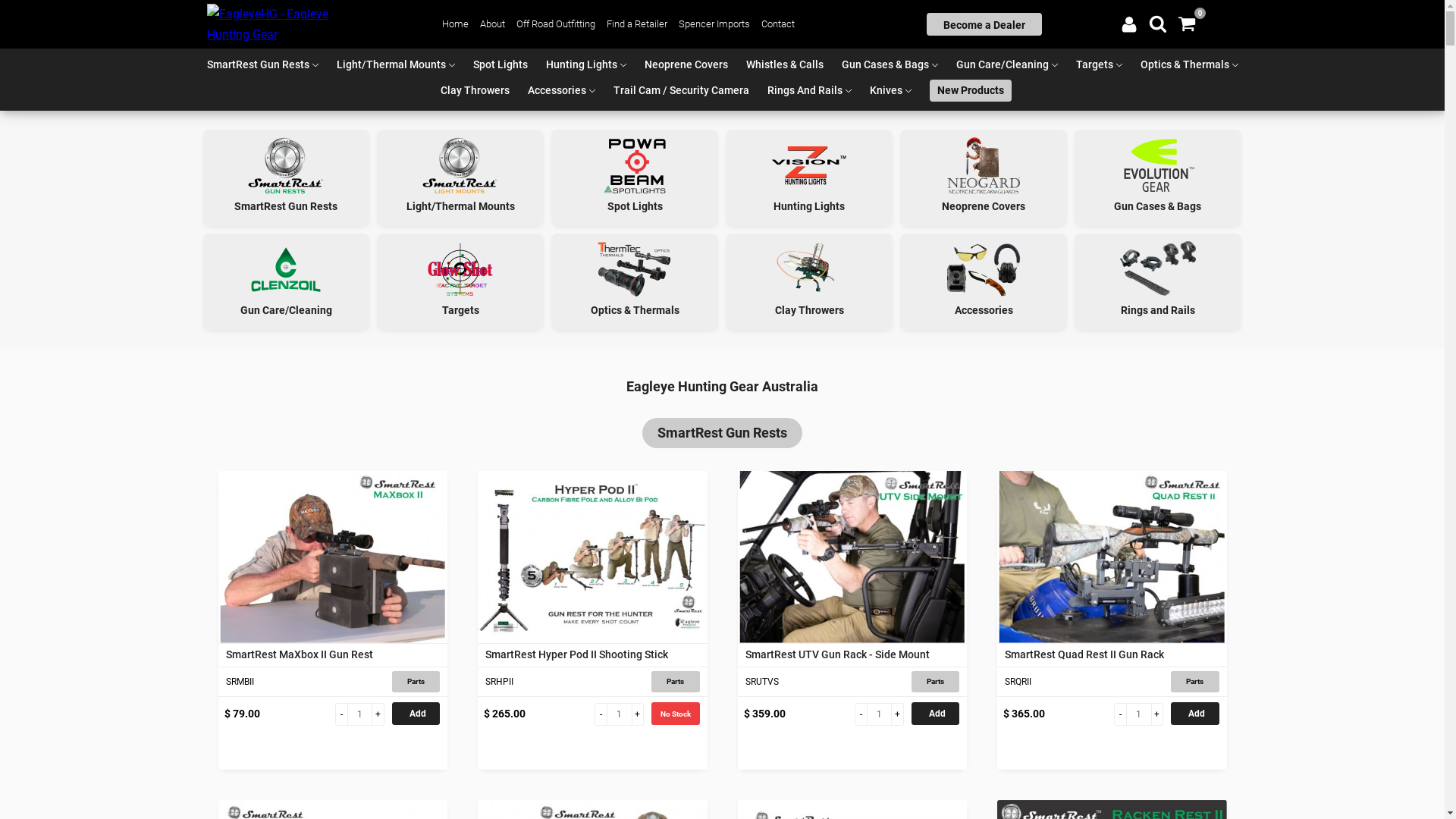  Describe the element at coordinates (686, 64) in the screenshot. I see `'Neoprene Covers'` at that location.